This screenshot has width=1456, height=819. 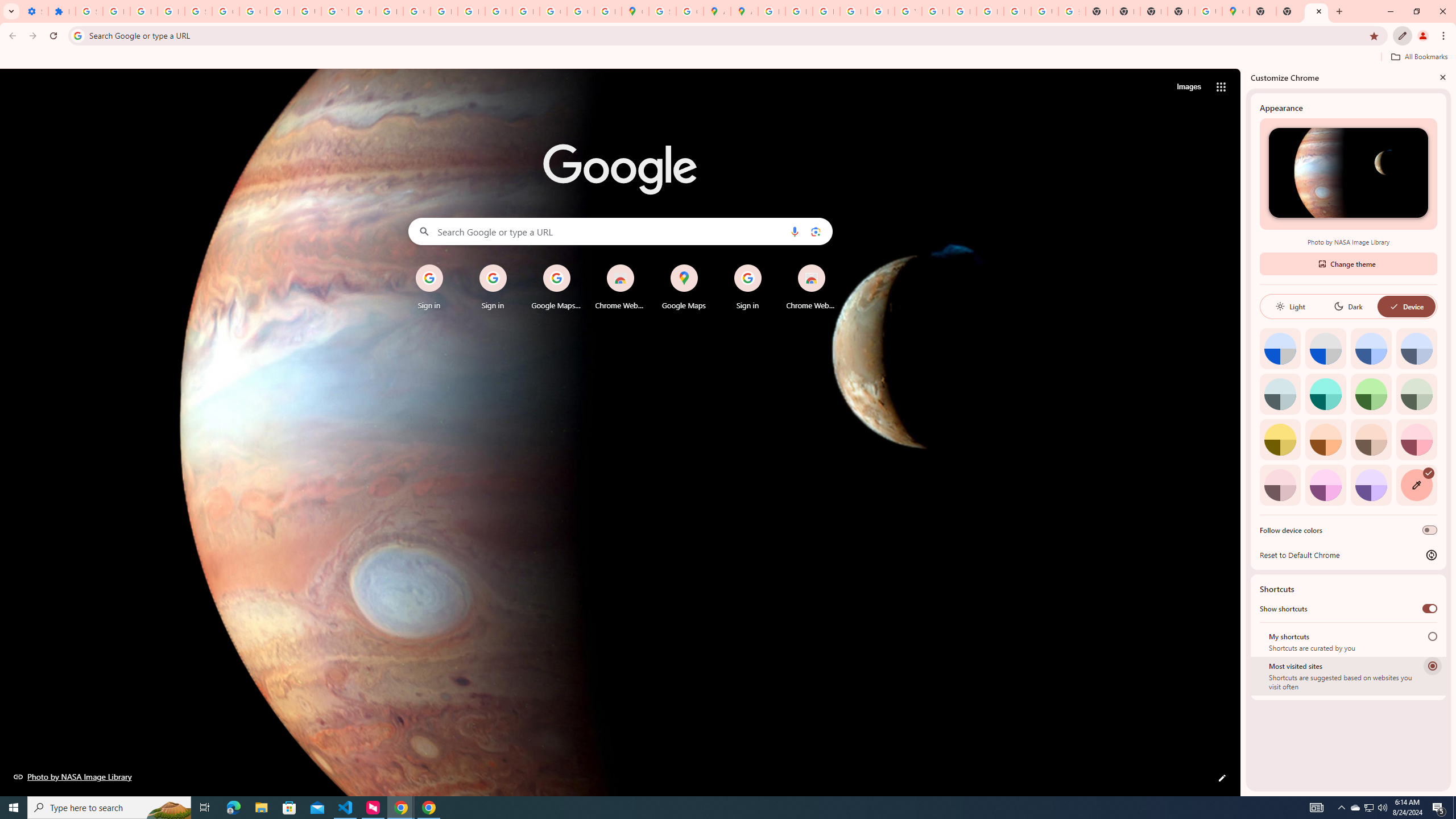 I want to click on 'Orange', so click(x=1325, y=439).